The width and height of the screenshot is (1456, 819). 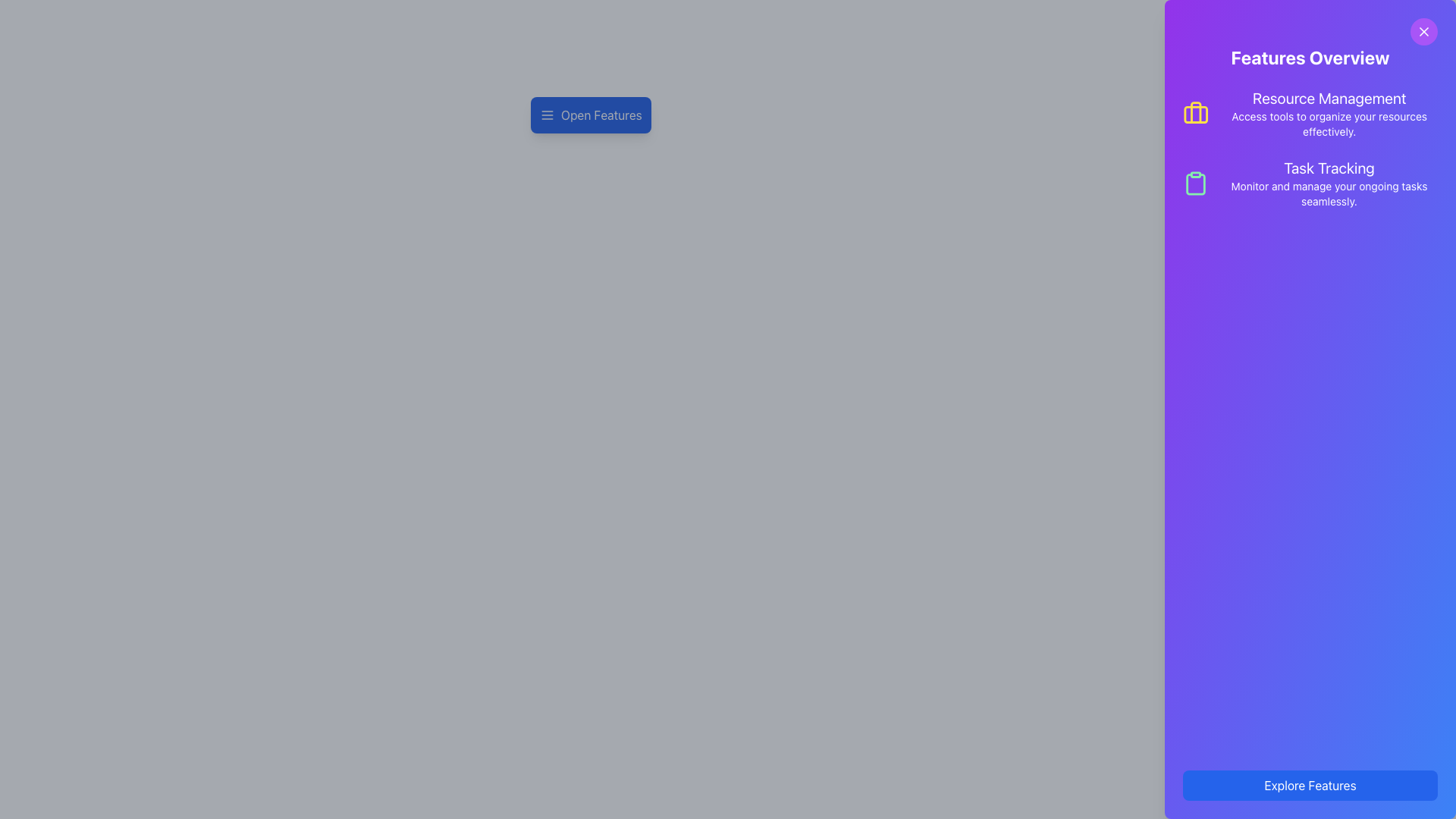 I want to click on the feature header and description located in the right-side panel, which is the first item in a vertical list of features preceded by an icon of a briefcase, so click(x=1329, y=113).